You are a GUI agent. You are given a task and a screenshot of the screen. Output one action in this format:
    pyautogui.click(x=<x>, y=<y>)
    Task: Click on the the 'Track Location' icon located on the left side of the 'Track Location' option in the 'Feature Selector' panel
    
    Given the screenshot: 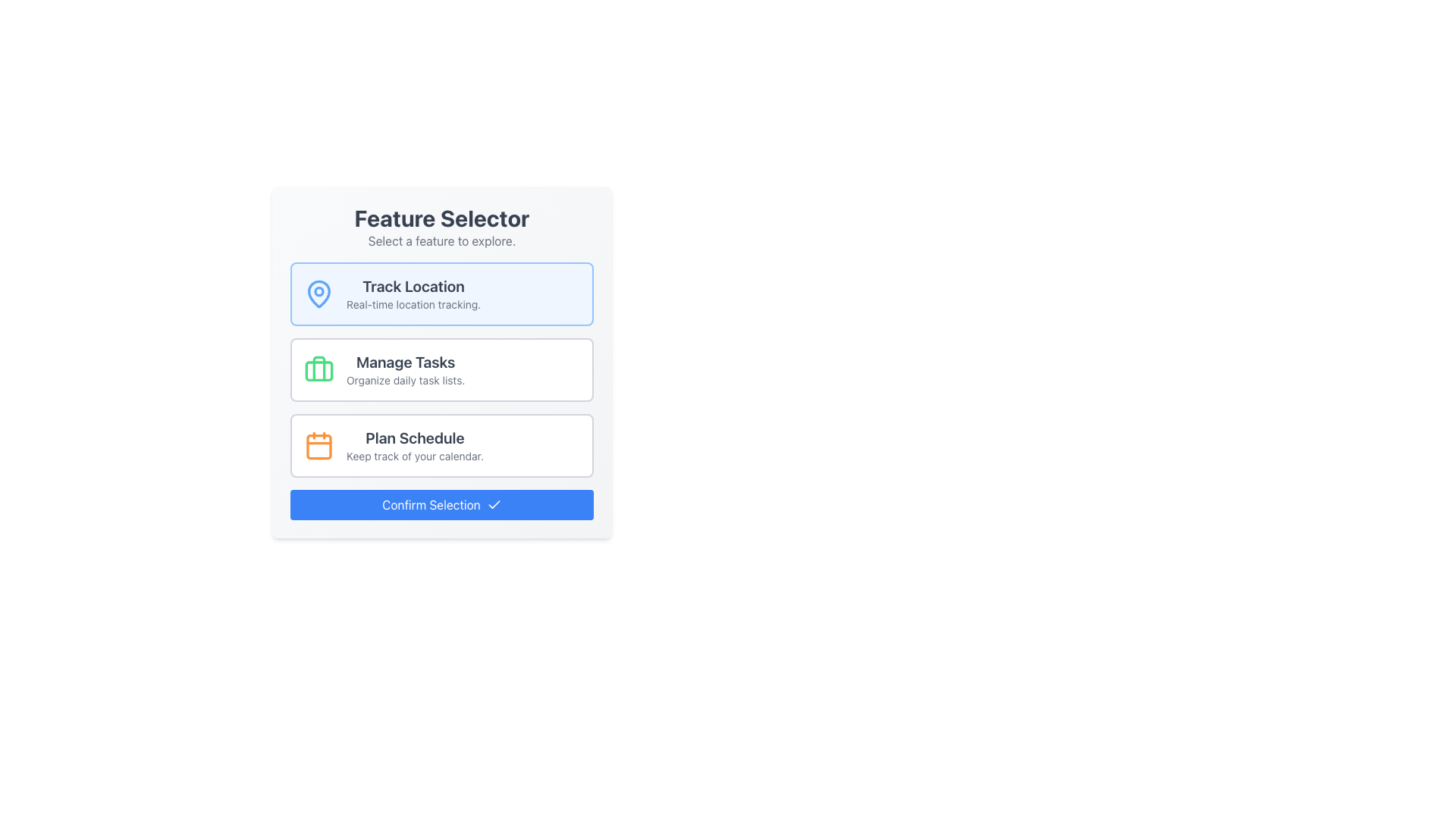 What is the action you would take?
    pyautogui.click(x=318, y=294)
    